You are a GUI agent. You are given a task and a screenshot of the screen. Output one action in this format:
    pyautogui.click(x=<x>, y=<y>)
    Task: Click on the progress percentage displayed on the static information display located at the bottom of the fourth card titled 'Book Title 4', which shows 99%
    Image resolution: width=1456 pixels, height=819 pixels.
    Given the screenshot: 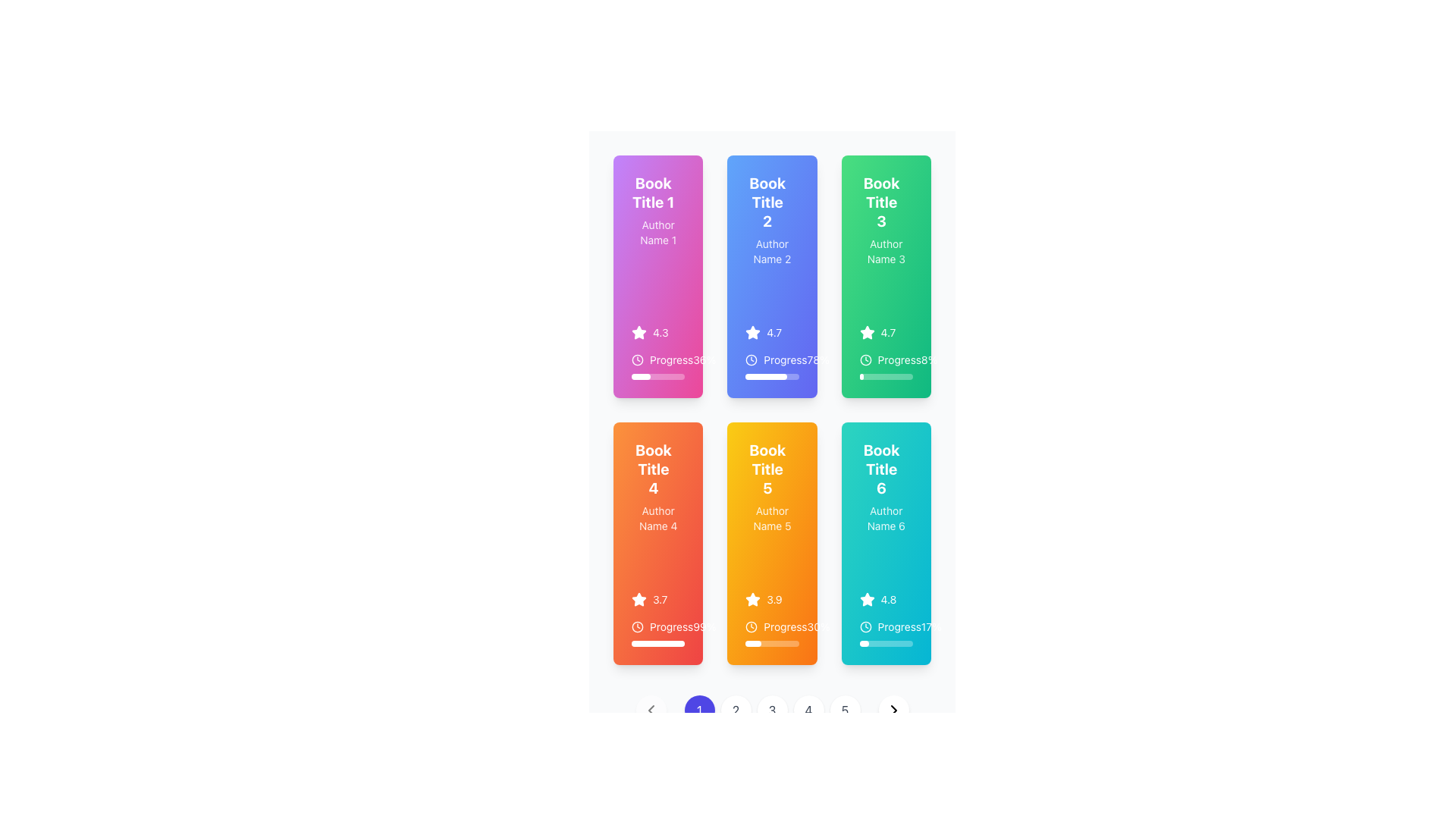 What is the action you would take?
    pyautogui.click(x=658, y=626)
    